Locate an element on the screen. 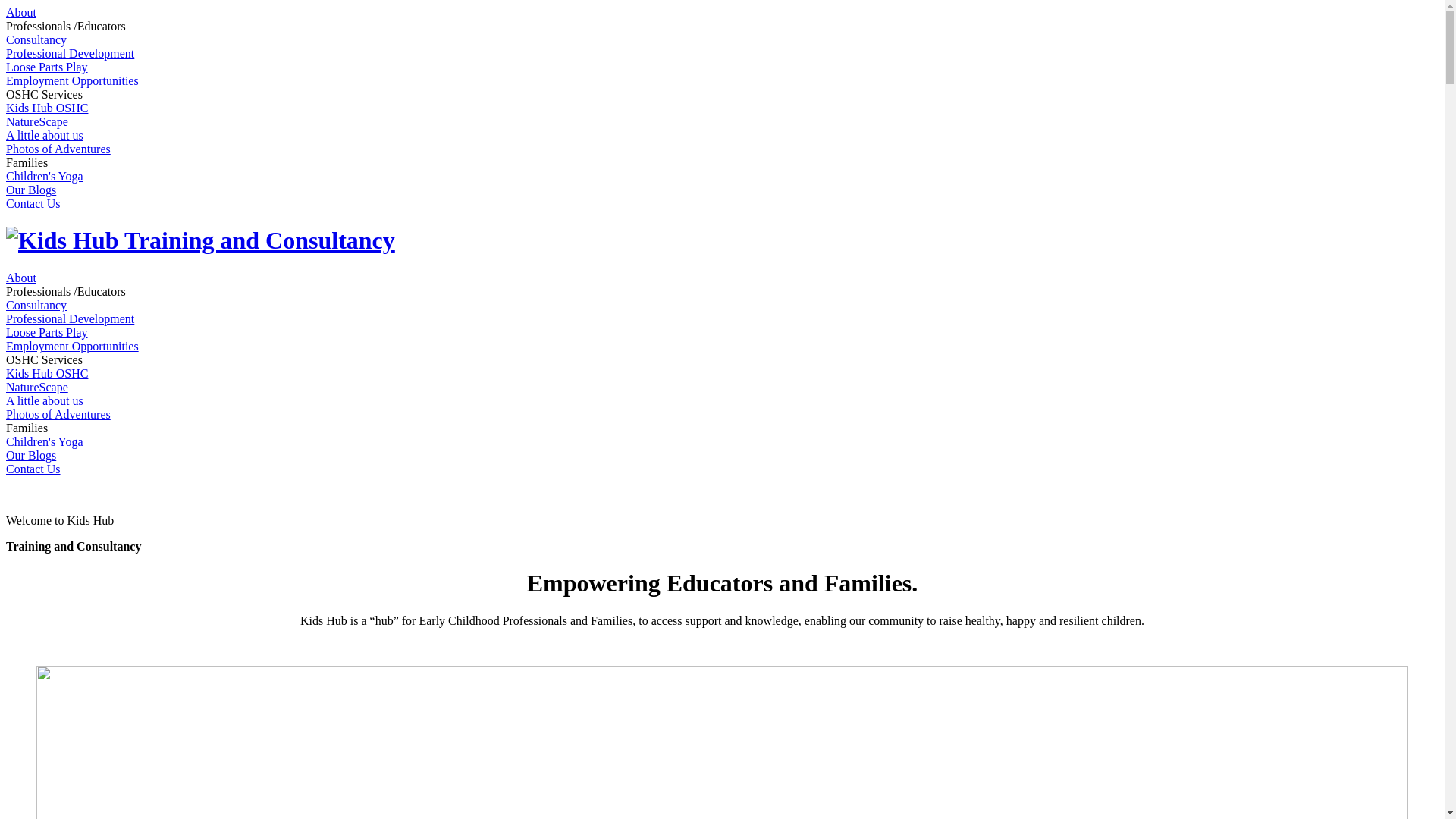 Image resolution: width=1456 pixels, height=819 pixels. 'About' is located at coordinates (21, 12).